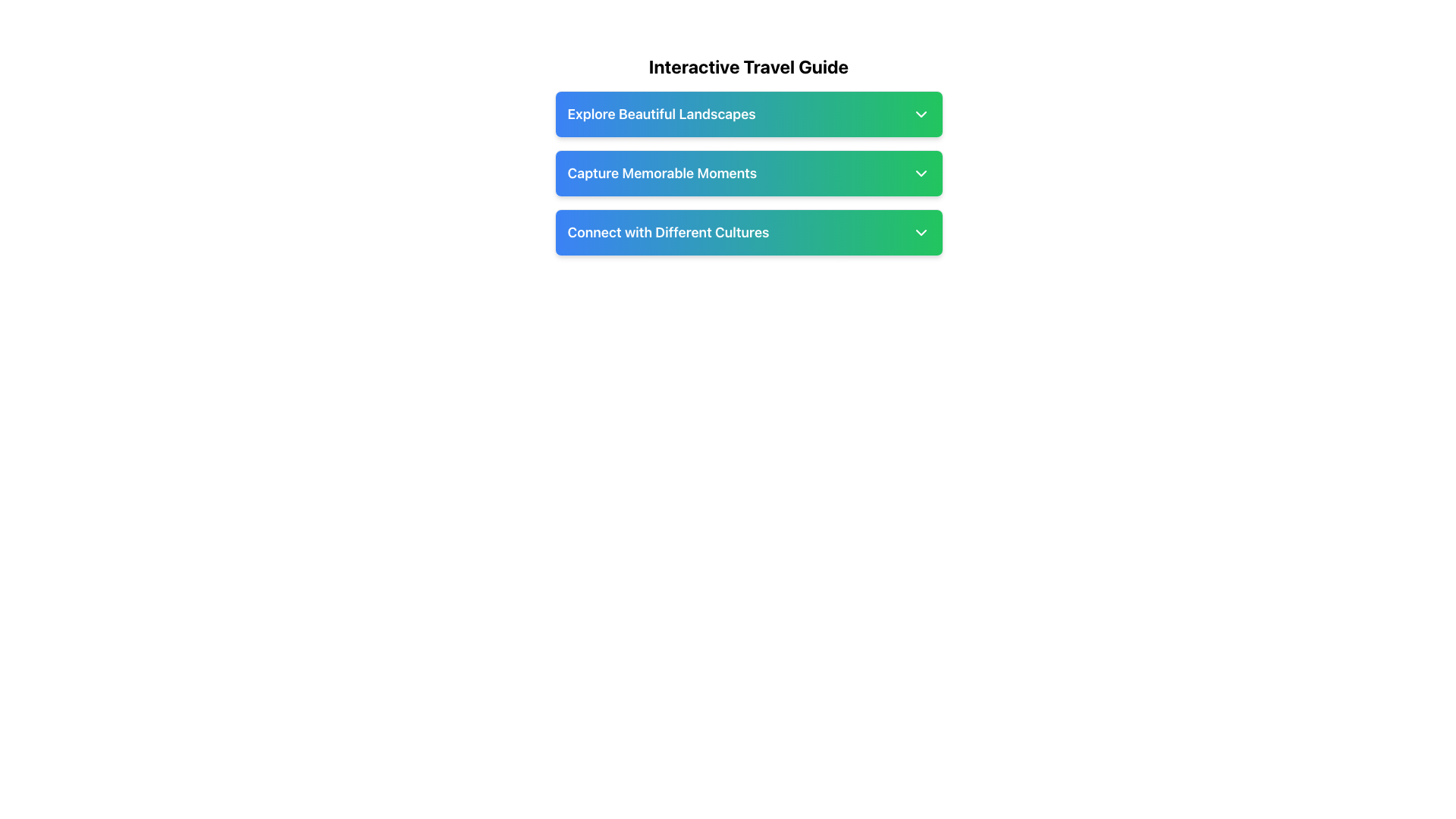 The image size is (1456, 819). Describe the element at coordinates (748, 172) in the screenshot. I see `the second expandable panel labeled 'Capture Memorable Moments'` at that location.